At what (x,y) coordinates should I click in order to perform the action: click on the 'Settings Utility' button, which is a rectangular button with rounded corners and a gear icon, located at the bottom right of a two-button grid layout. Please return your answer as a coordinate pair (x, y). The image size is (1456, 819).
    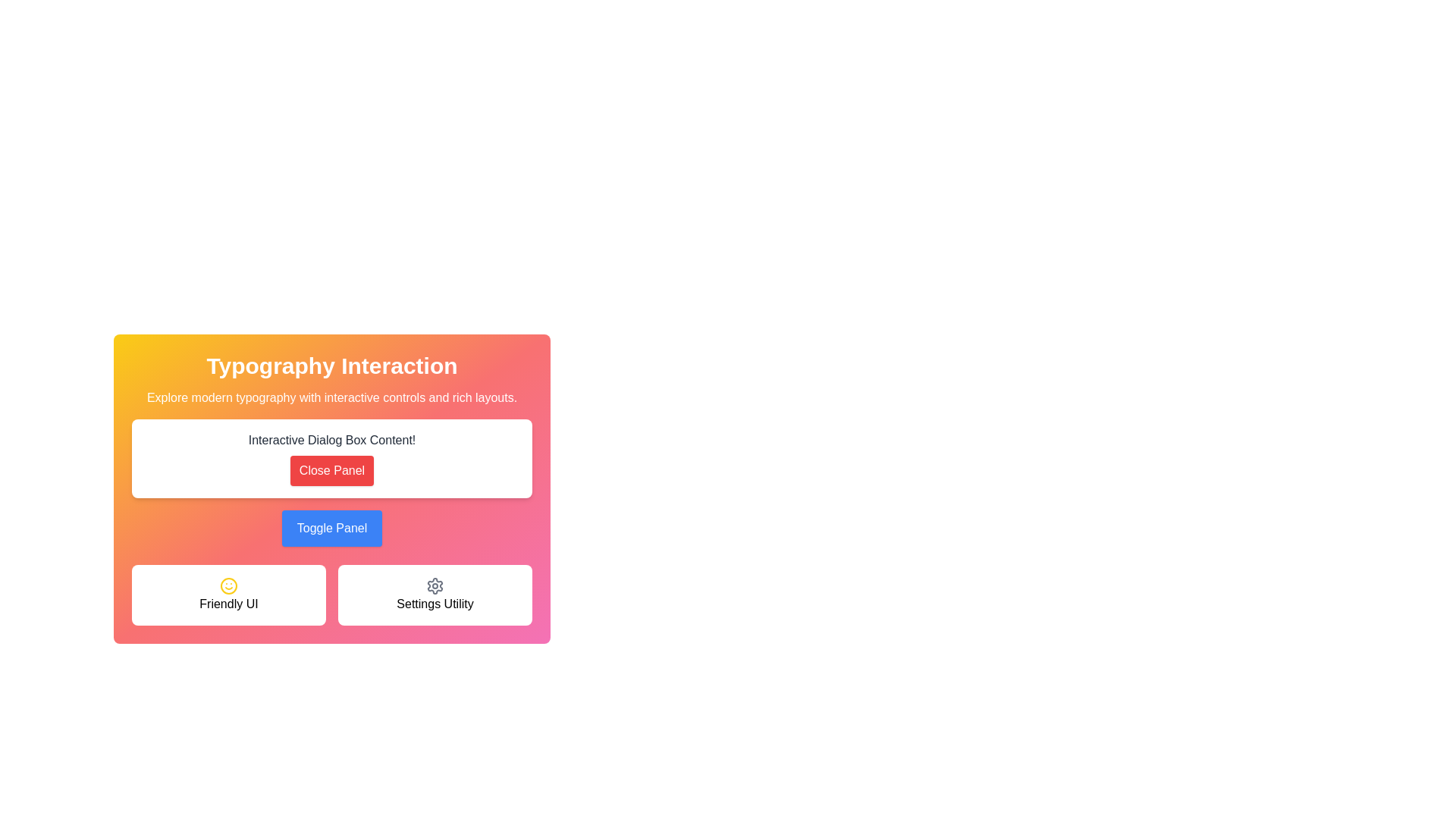
    Looking at the image, I should click on (435, 595).